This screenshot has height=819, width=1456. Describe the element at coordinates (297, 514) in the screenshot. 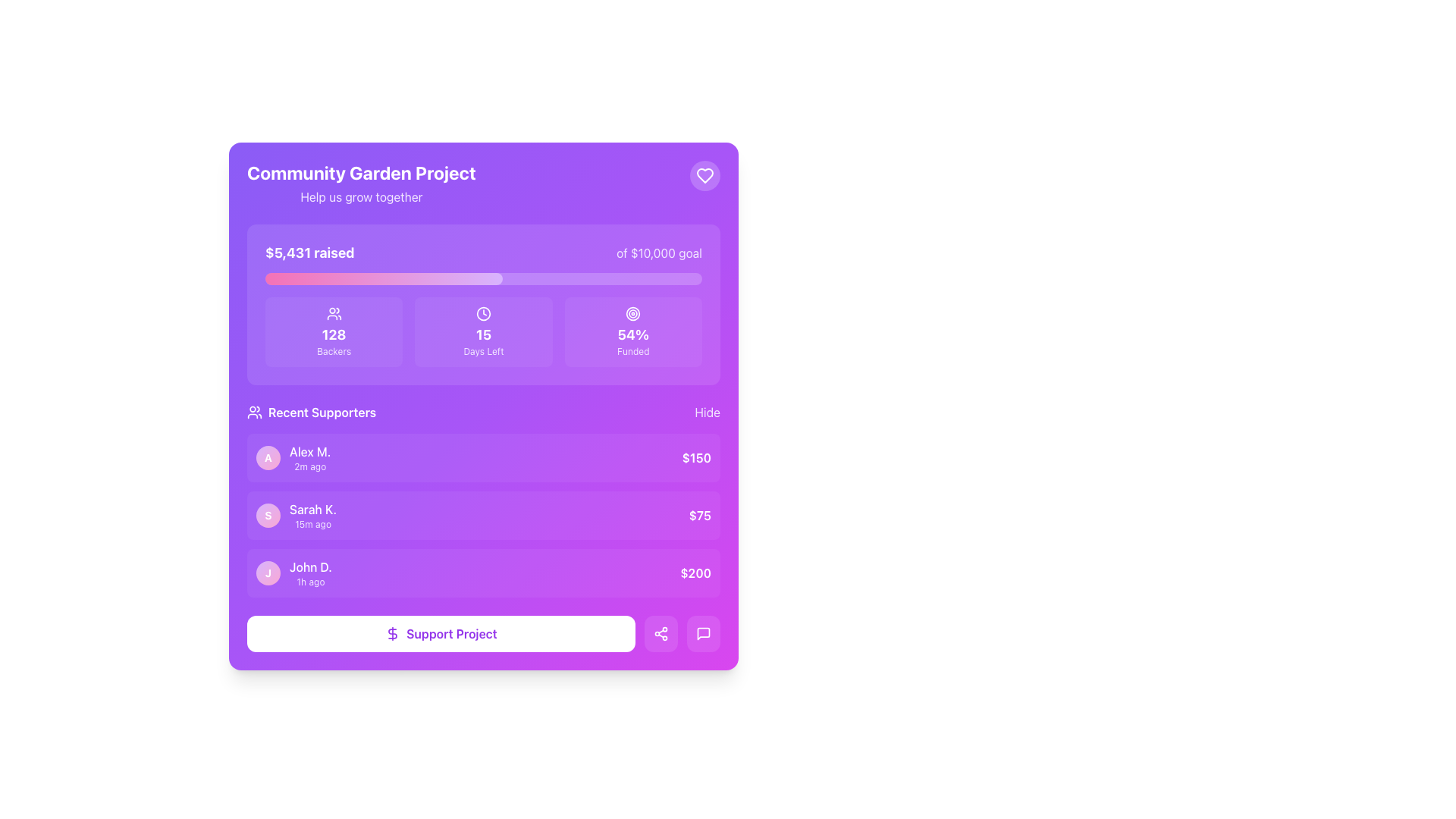

I see `the avatar of the second list item in the 'Recent Supporters' section` at that location.